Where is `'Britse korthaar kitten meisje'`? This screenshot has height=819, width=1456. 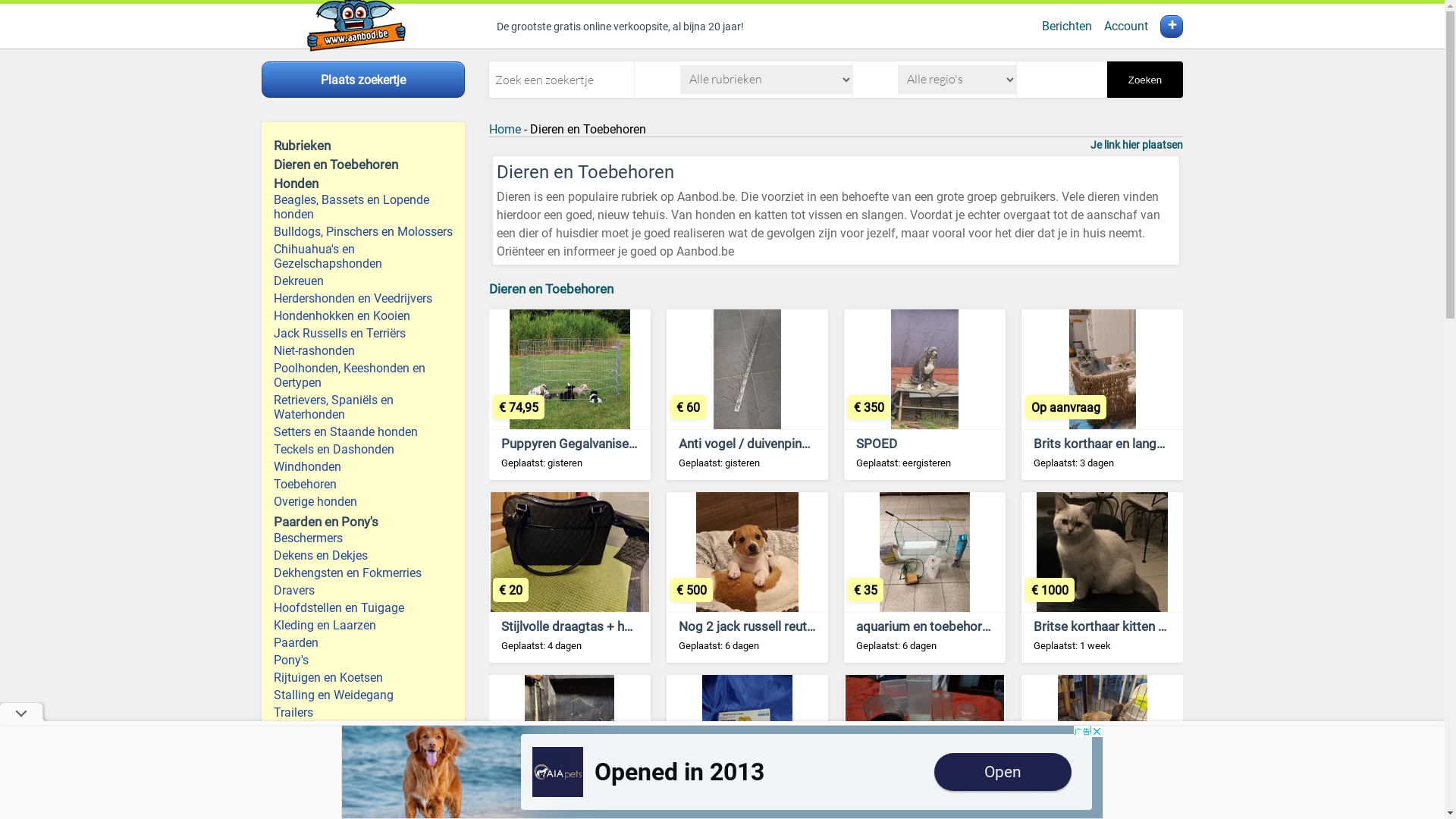
'Britse korthaar kitten meisje' is located at coordinates (1114, 626).